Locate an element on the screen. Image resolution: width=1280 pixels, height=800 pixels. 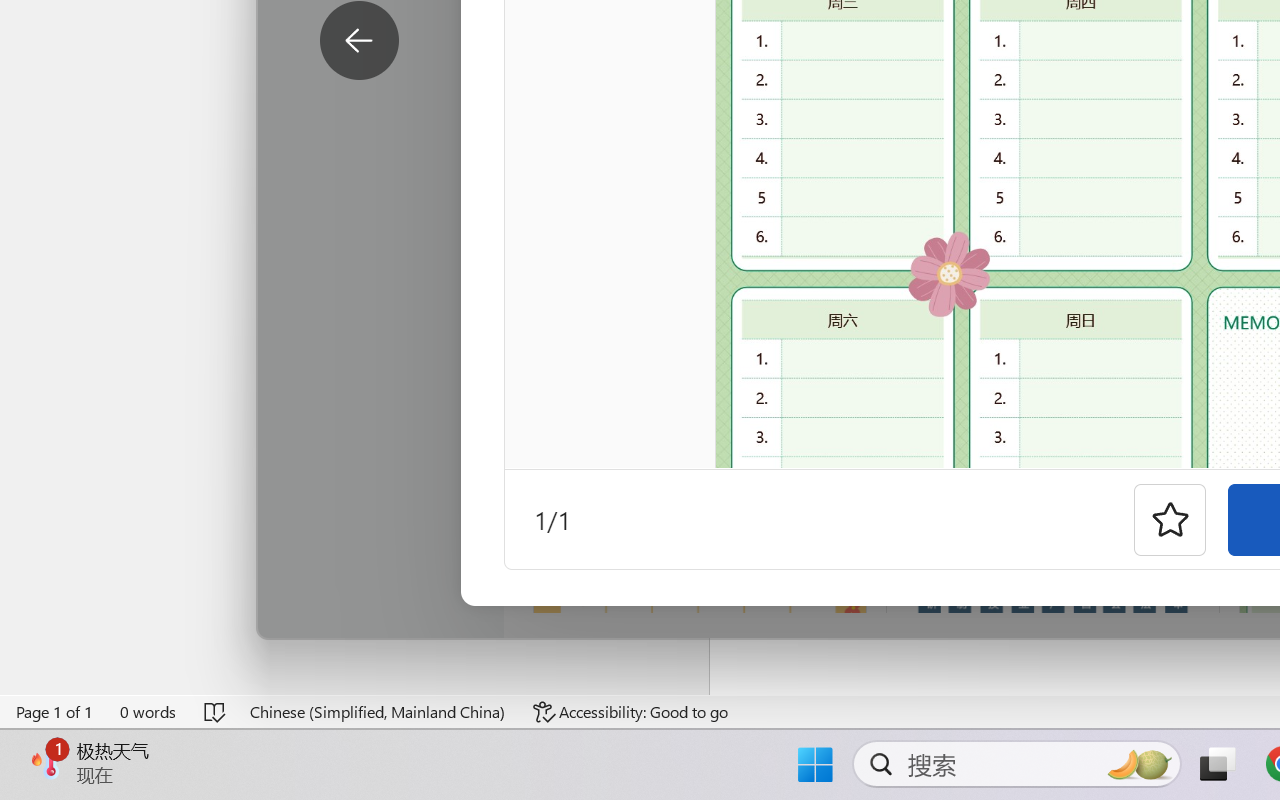
'Language Chinese (Simplified, Mainland China)' is located at coordinates (378, 711).